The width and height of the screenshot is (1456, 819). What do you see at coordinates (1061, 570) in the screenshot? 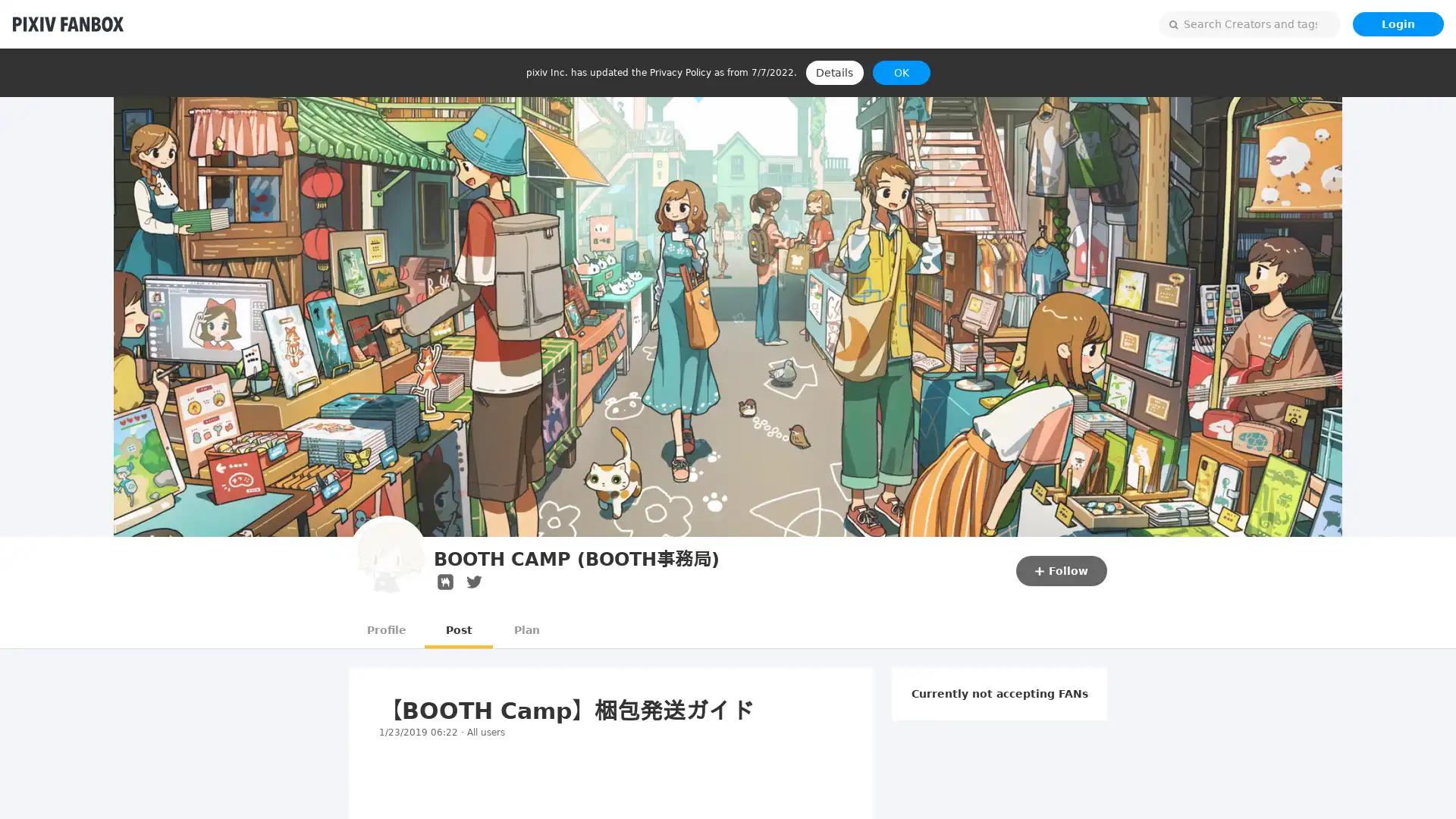
I see `Follow` at bounding box center [1061, 570].